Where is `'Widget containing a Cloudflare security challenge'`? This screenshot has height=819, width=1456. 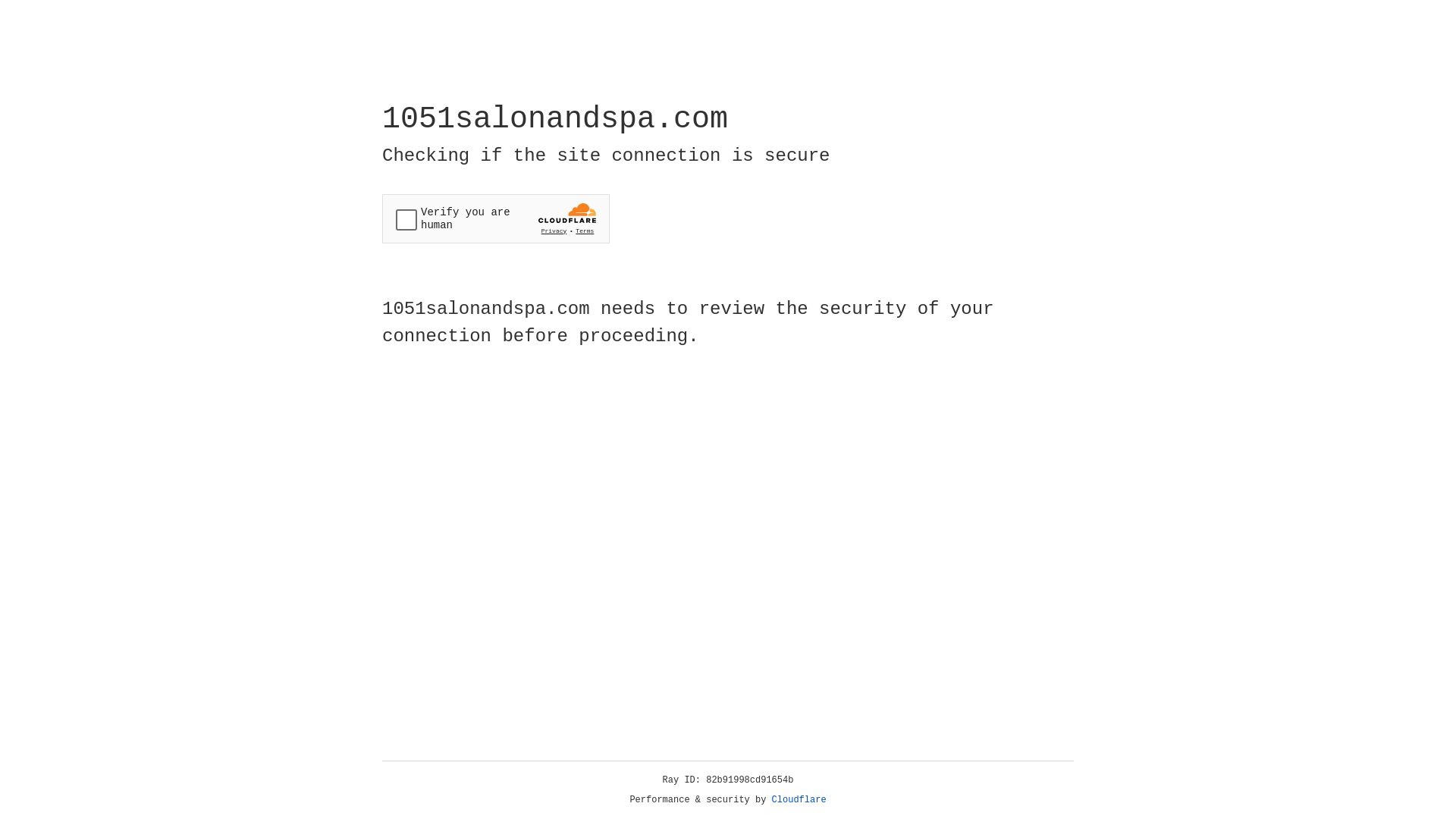 'Widget containing a Cloudflare security challenge' is located at coordinates (495, 218).